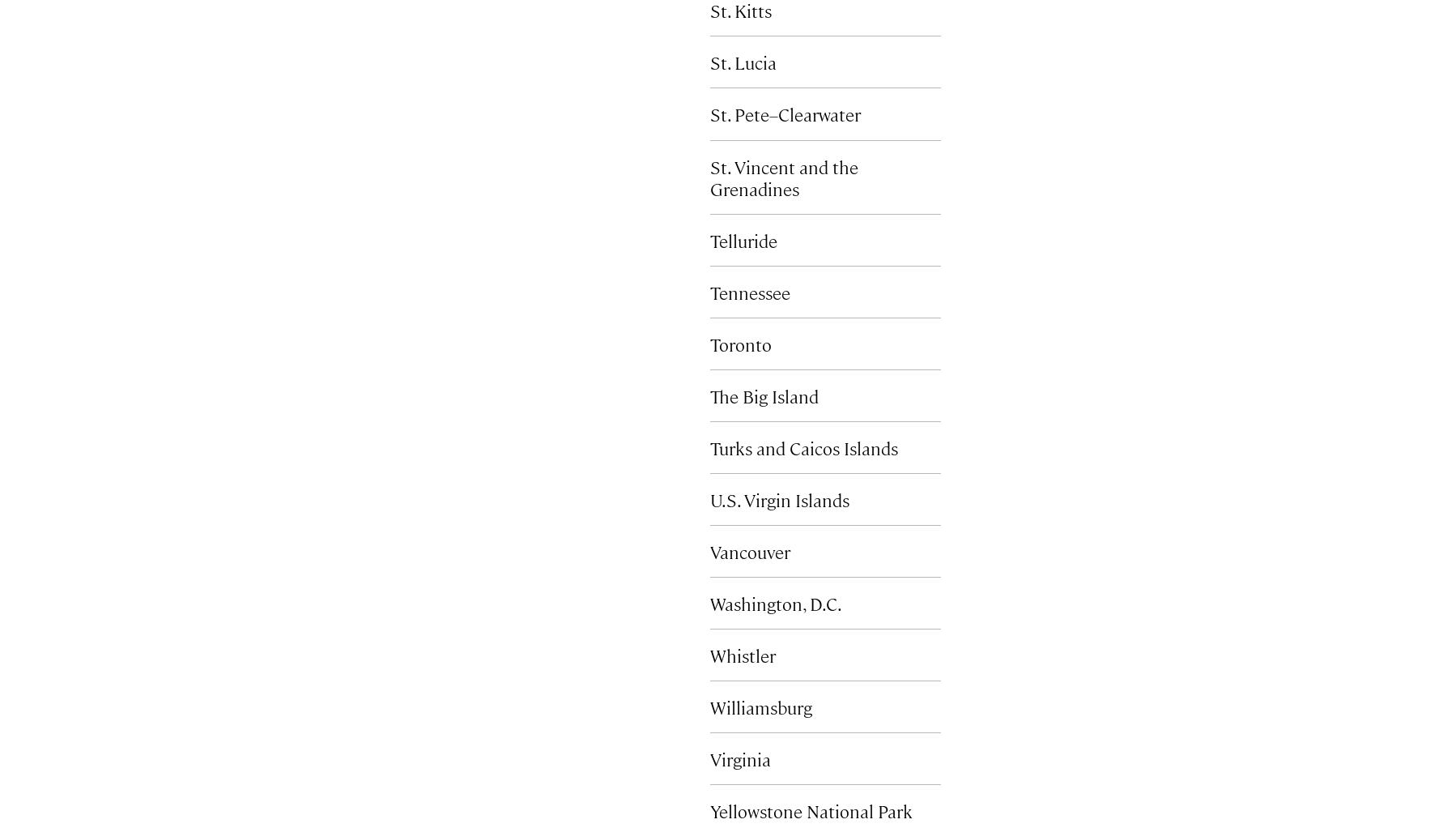 This screenshot has height=828, width=1456. I want to click on 'Toronto', so click(740, 343).